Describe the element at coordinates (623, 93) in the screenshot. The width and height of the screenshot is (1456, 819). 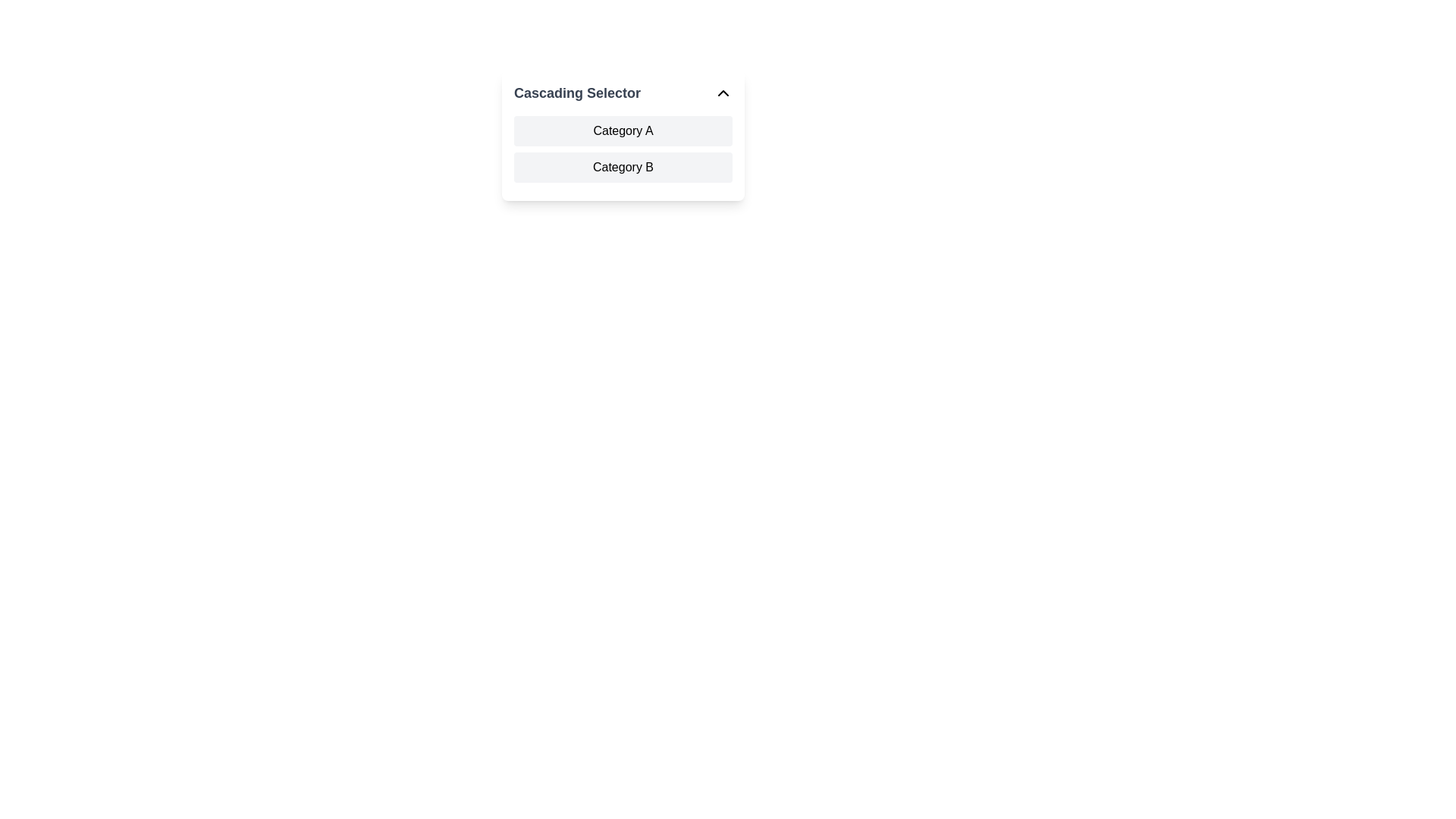
I see `the 'Cascading Selector' Dropdown Toggle Header` at that location.